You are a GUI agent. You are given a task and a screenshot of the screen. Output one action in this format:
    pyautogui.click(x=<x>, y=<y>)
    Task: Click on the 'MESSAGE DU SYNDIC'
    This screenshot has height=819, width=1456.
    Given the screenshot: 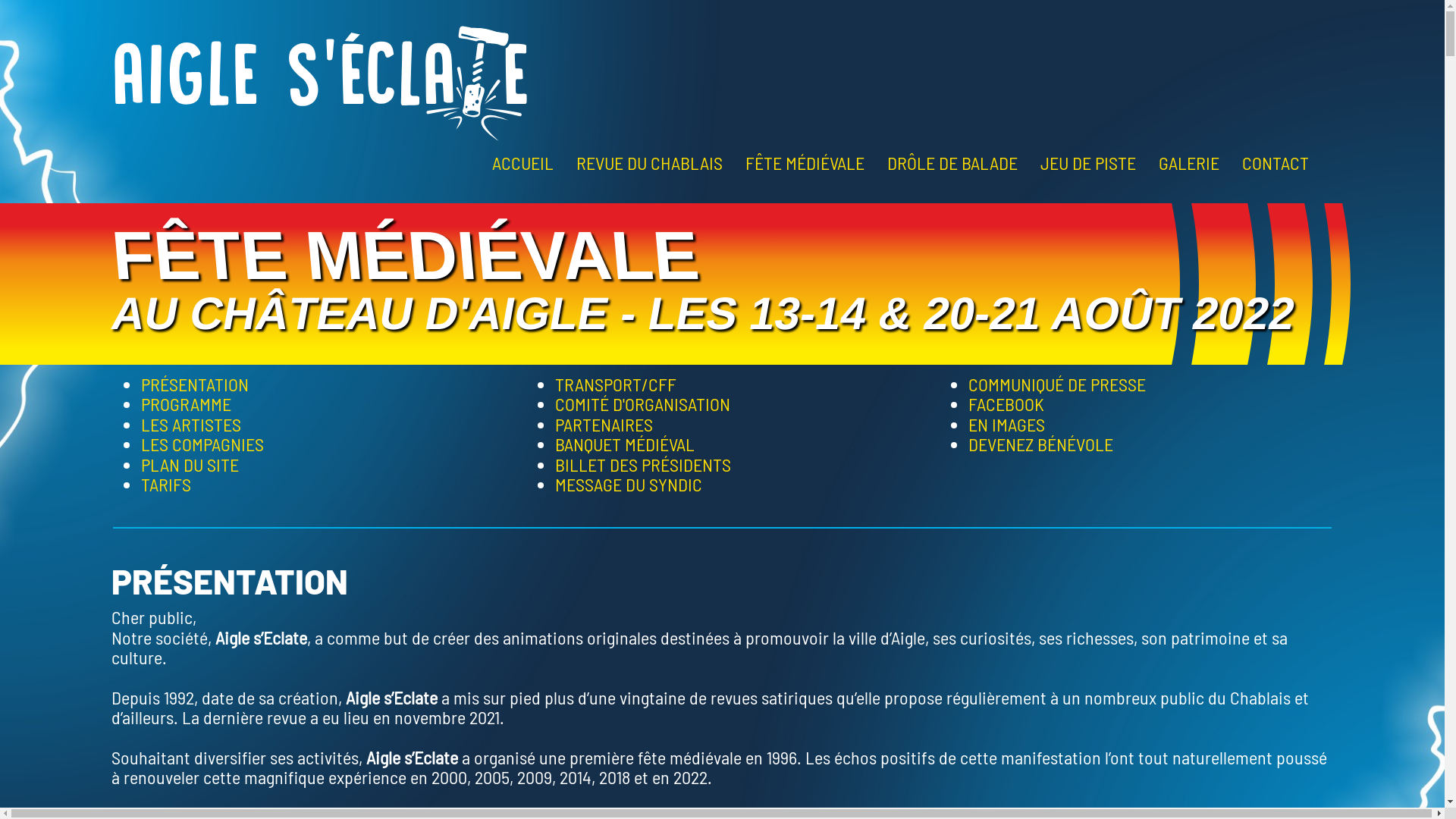 What is the action you would take?
    pyautogui.click(x=629, y=484)
    